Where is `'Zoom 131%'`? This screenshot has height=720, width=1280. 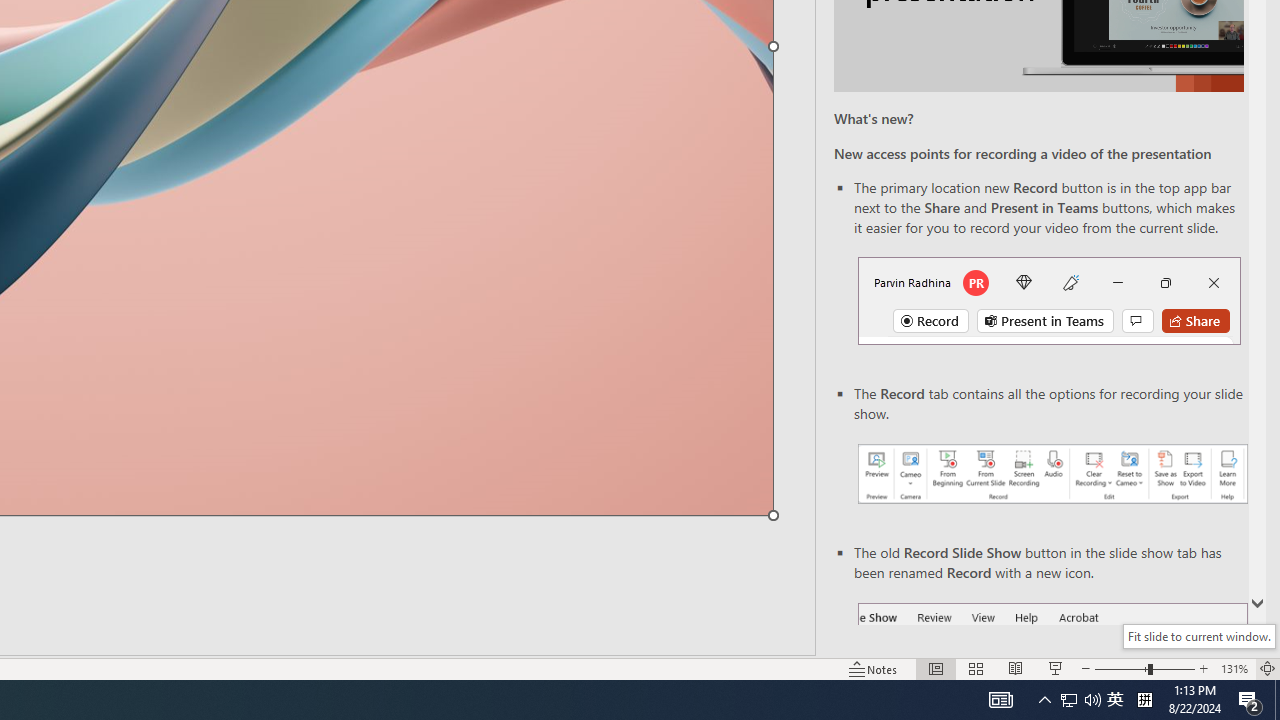
'Zoom 131%' is located at coordinates (1233, 669).